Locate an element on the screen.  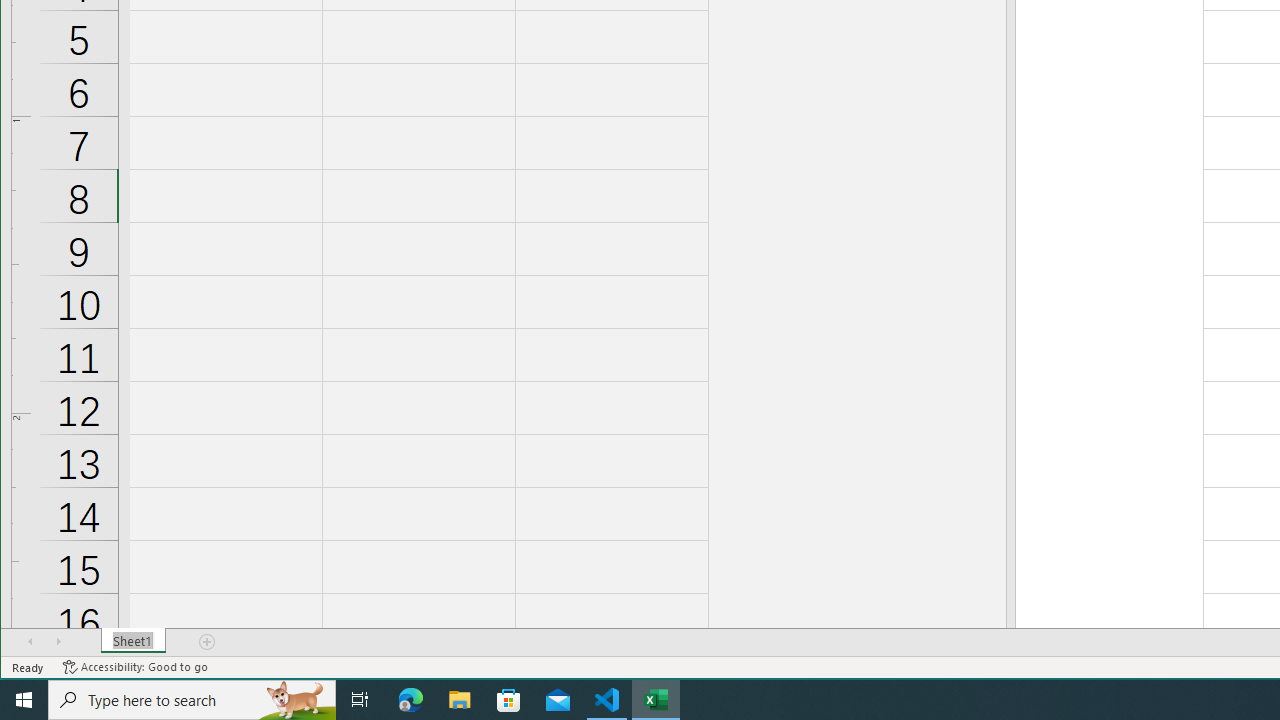
'Microsoft Store' is located at coordinates (509, 698).